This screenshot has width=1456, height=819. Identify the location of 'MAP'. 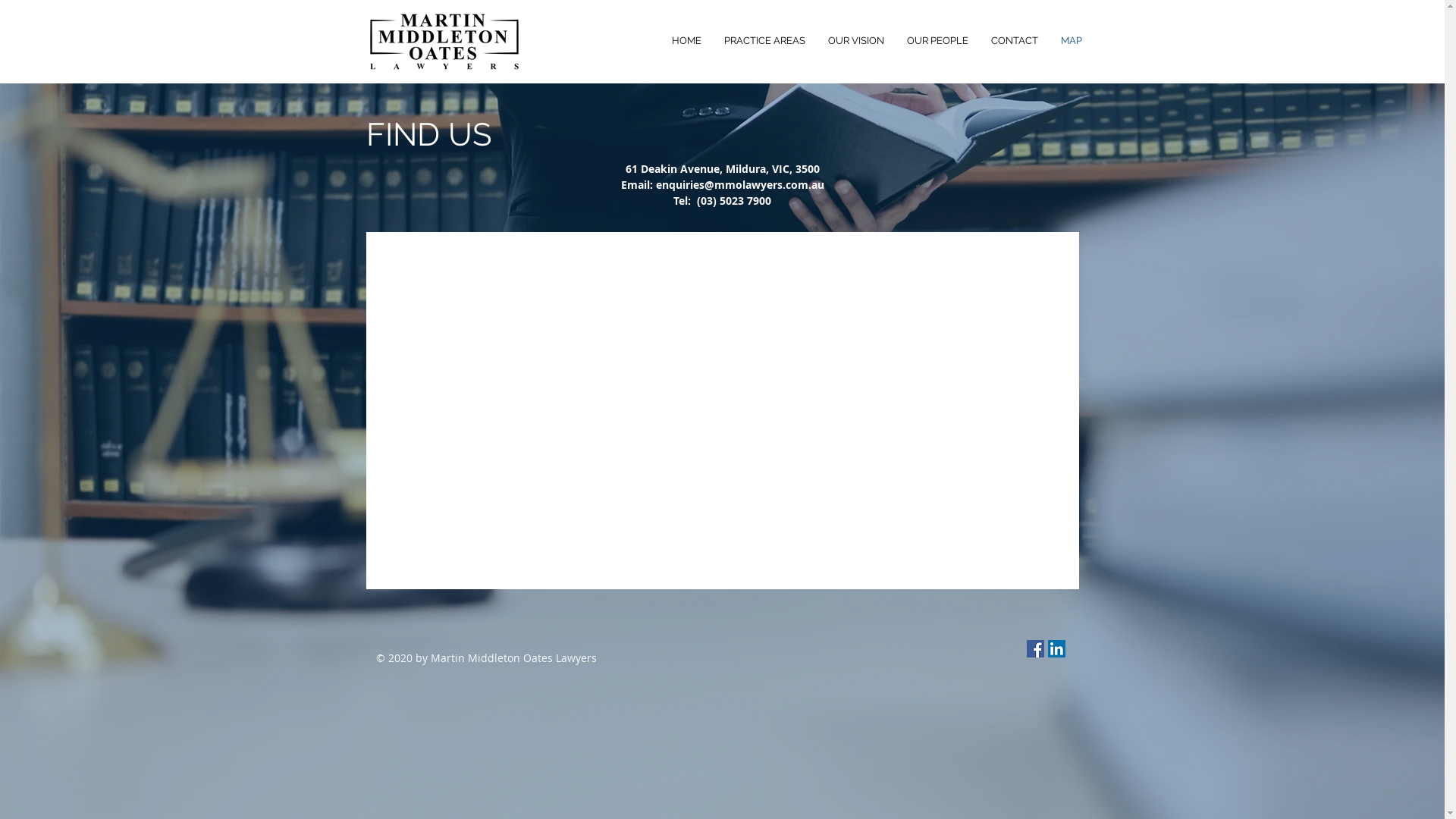
(1070, 40).